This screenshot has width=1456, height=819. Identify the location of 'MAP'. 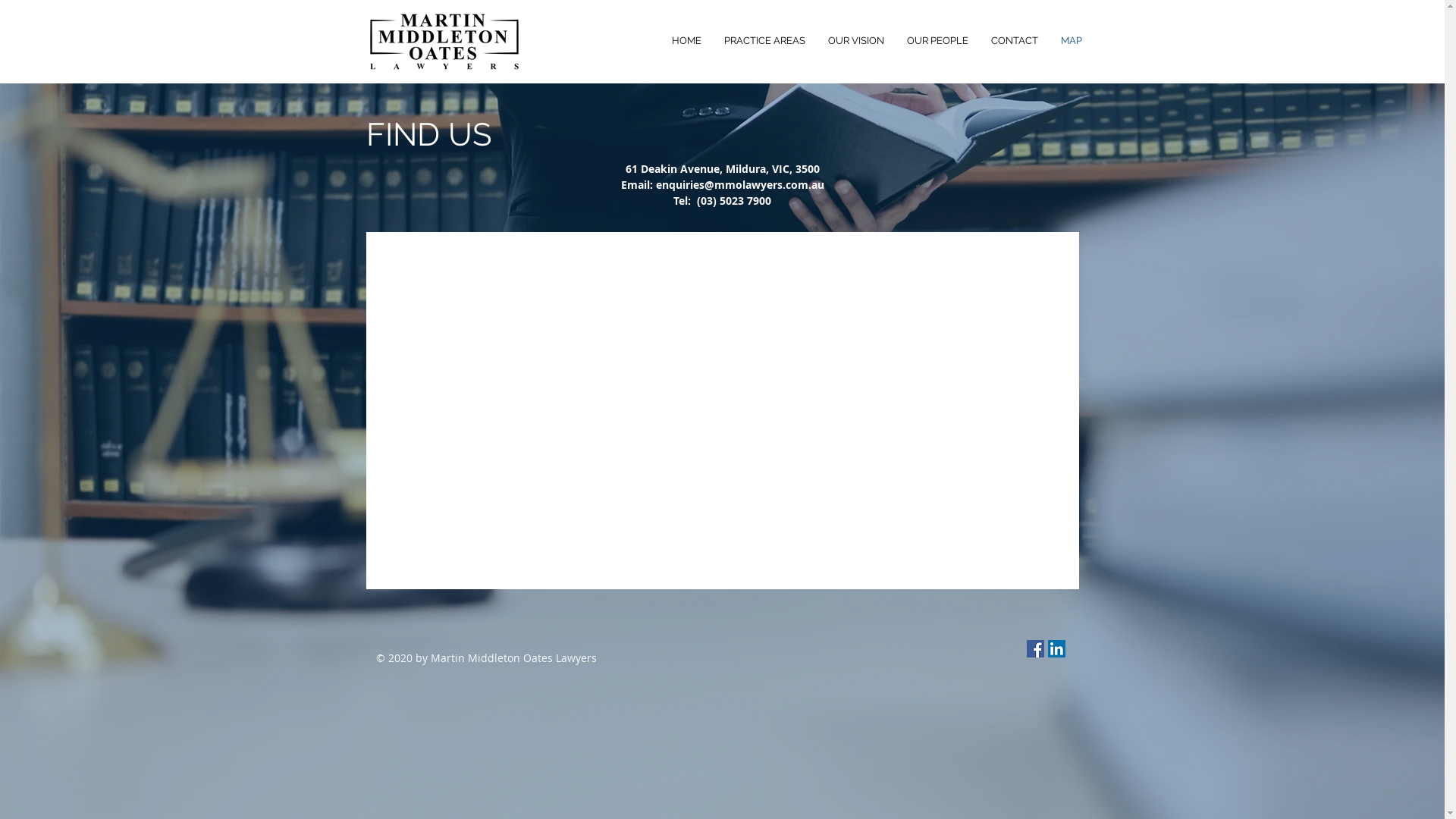
(1070, 40).